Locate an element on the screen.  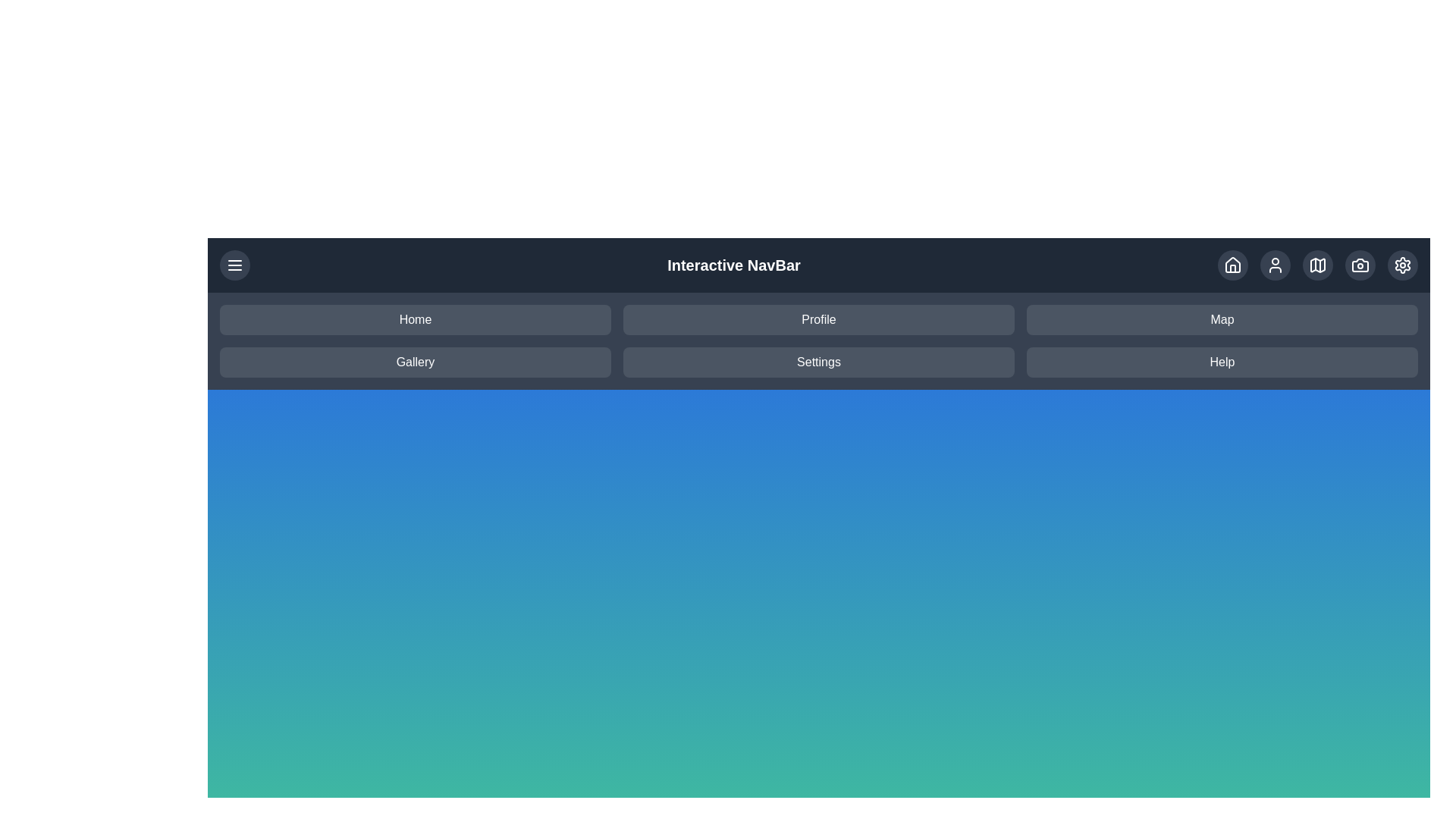
the Map icon in the action bar is located at coordinates (1316, 265).